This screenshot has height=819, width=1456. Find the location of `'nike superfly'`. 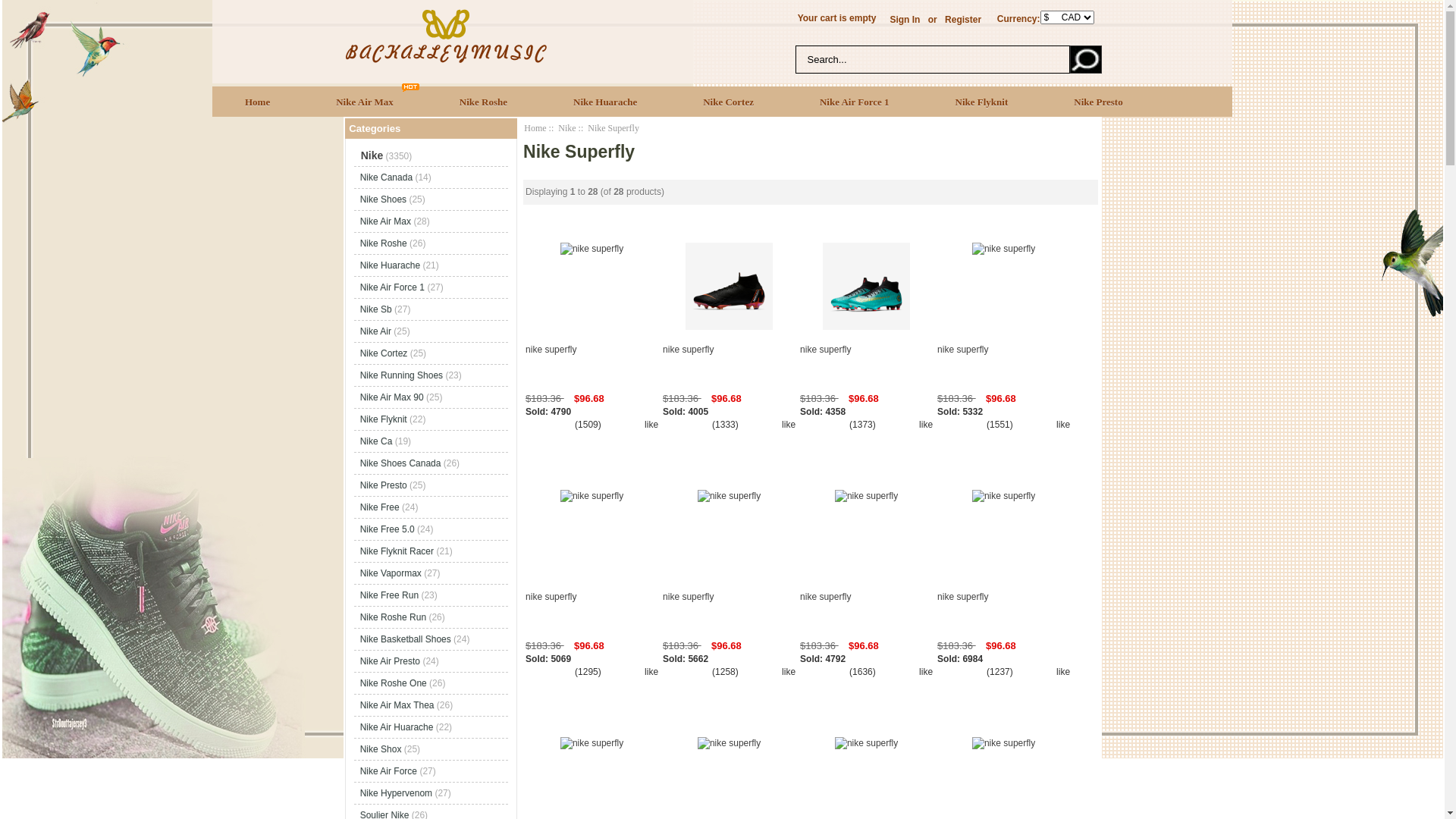

'nike superfly' is located at coordinates (591, 362).